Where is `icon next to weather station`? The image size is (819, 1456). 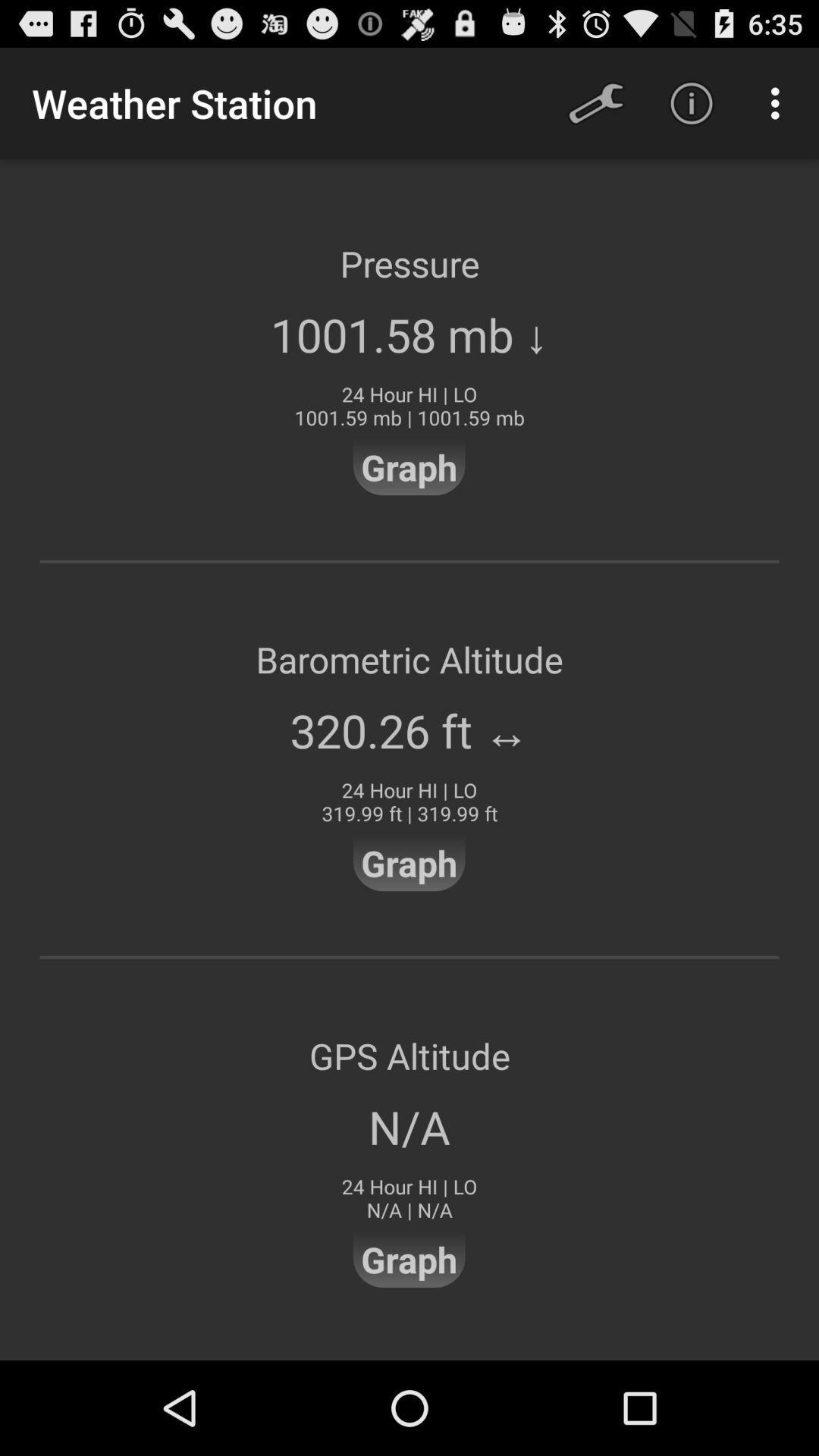 icon next to weather station is located at coordinates (595, 102).